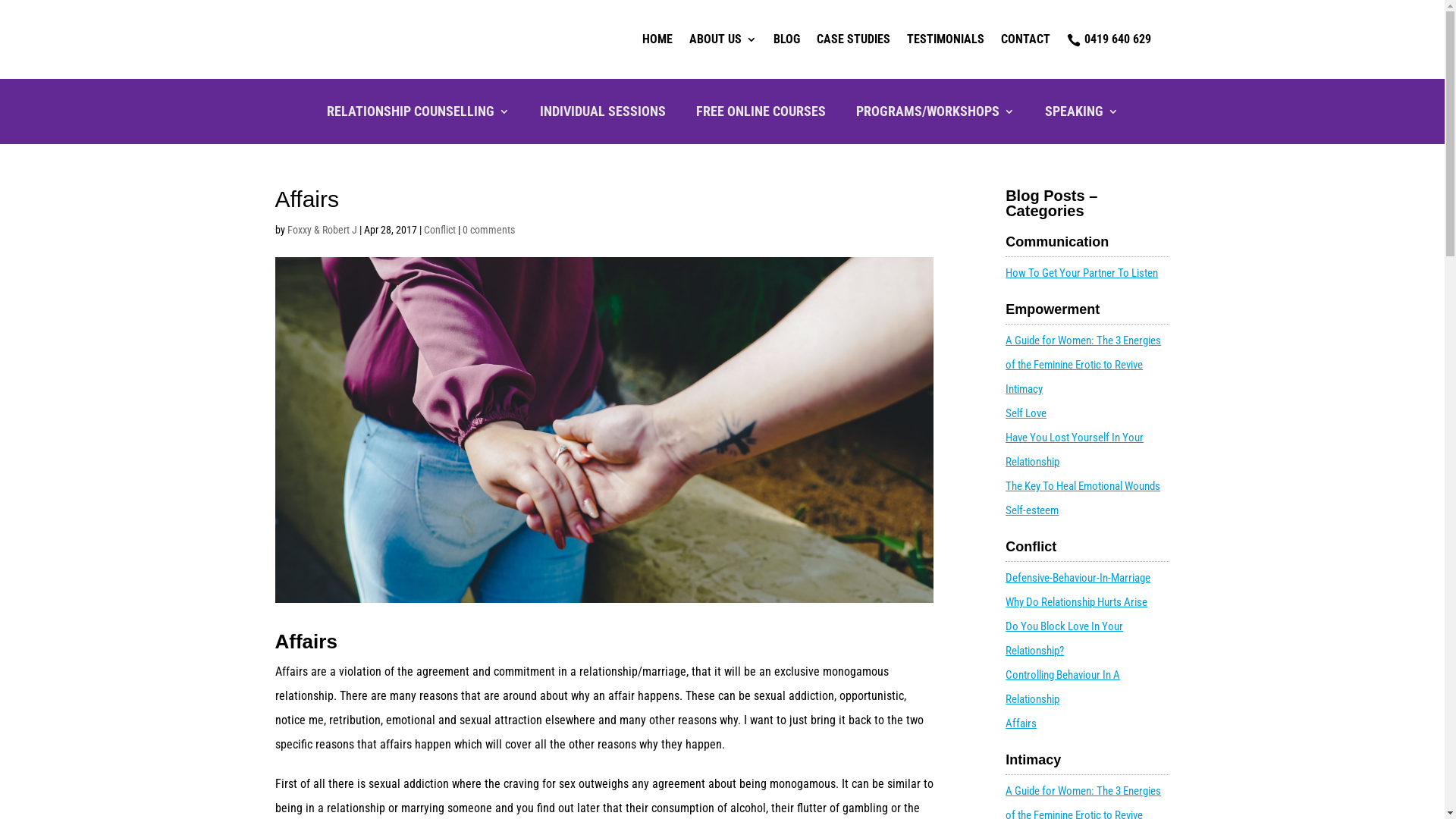 Image resolution: width=1456 pixels, height=819 pixels. Describe the element at coordinates (1021, 722) in the screenshot. I see `'Affairs'` at that location.